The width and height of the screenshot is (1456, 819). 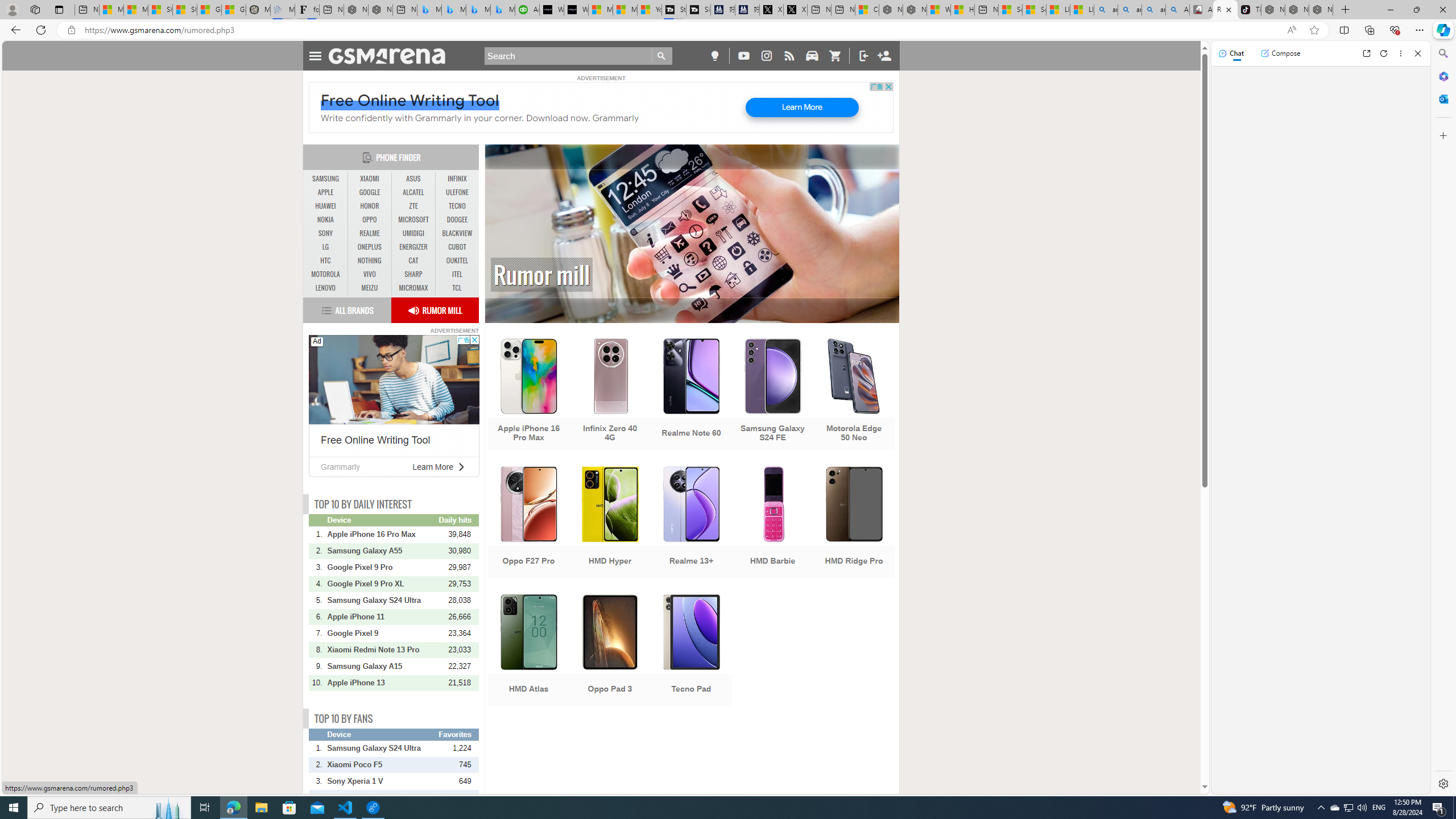 What do you see at coordinates (457, 205) in the screenshot?
I see `'TECNO'` at bounding box center [457, 205].